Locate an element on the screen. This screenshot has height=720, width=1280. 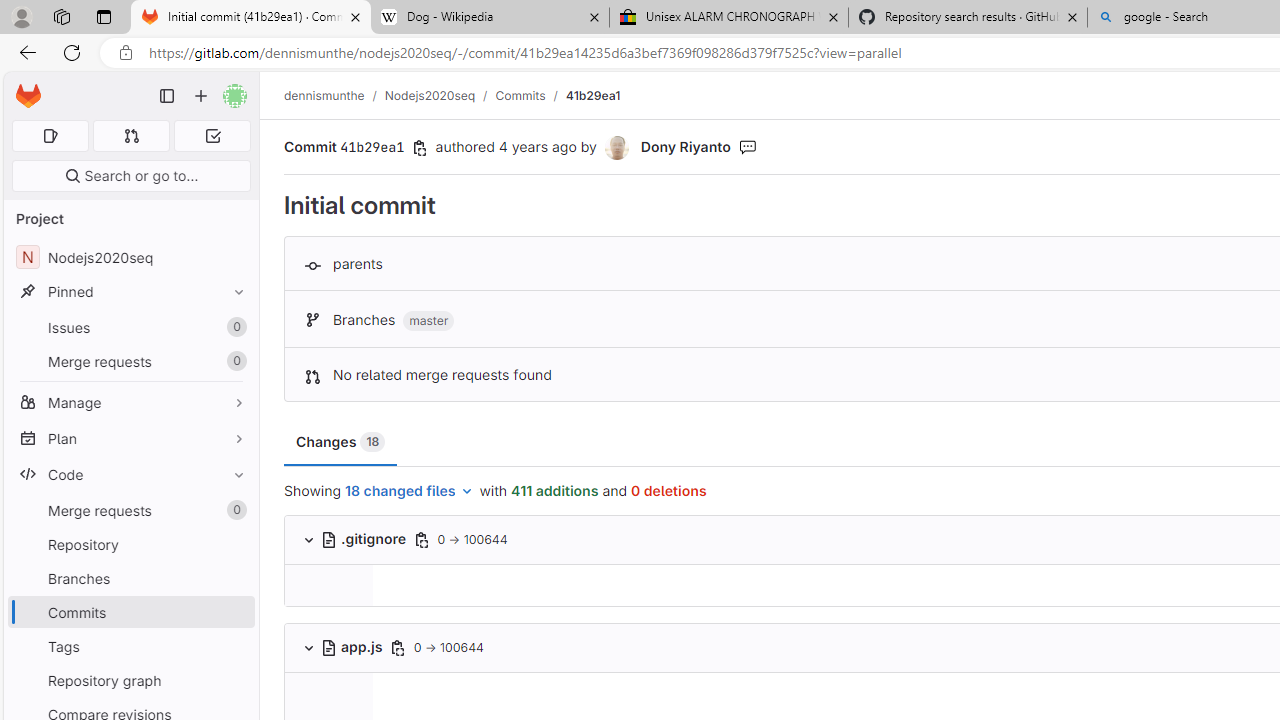
'.gitignore ' is located at coordinates (364, 538).